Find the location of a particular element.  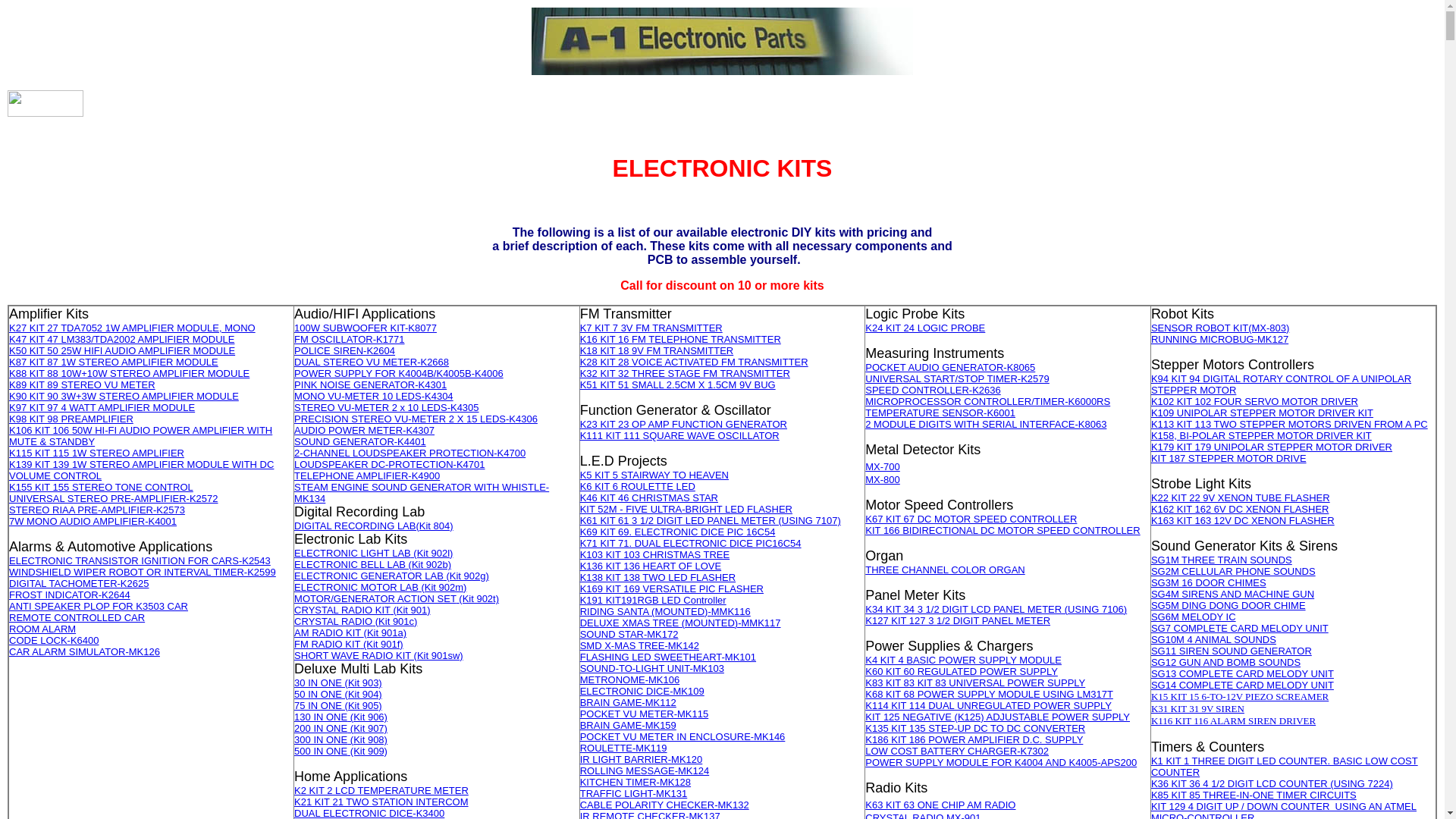

'METRONOME-MK106' is located at coordinates (629, 679).